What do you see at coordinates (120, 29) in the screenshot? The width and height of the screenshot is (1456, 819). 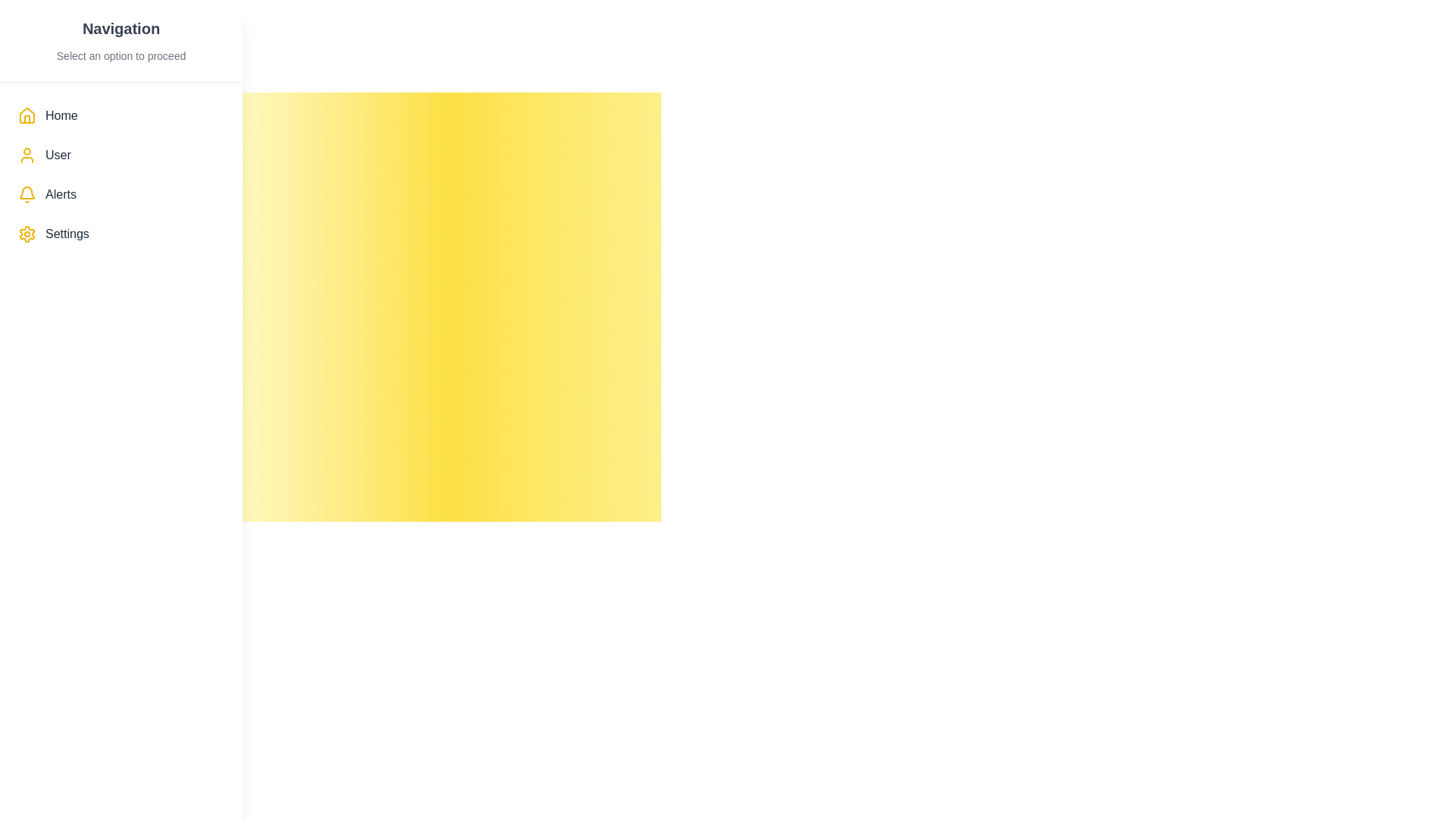 I see `the bold, large-sized 'Navigation' text label styled in dark gray, located at the top-left corner of the layout` at bounding box center [120, 29].